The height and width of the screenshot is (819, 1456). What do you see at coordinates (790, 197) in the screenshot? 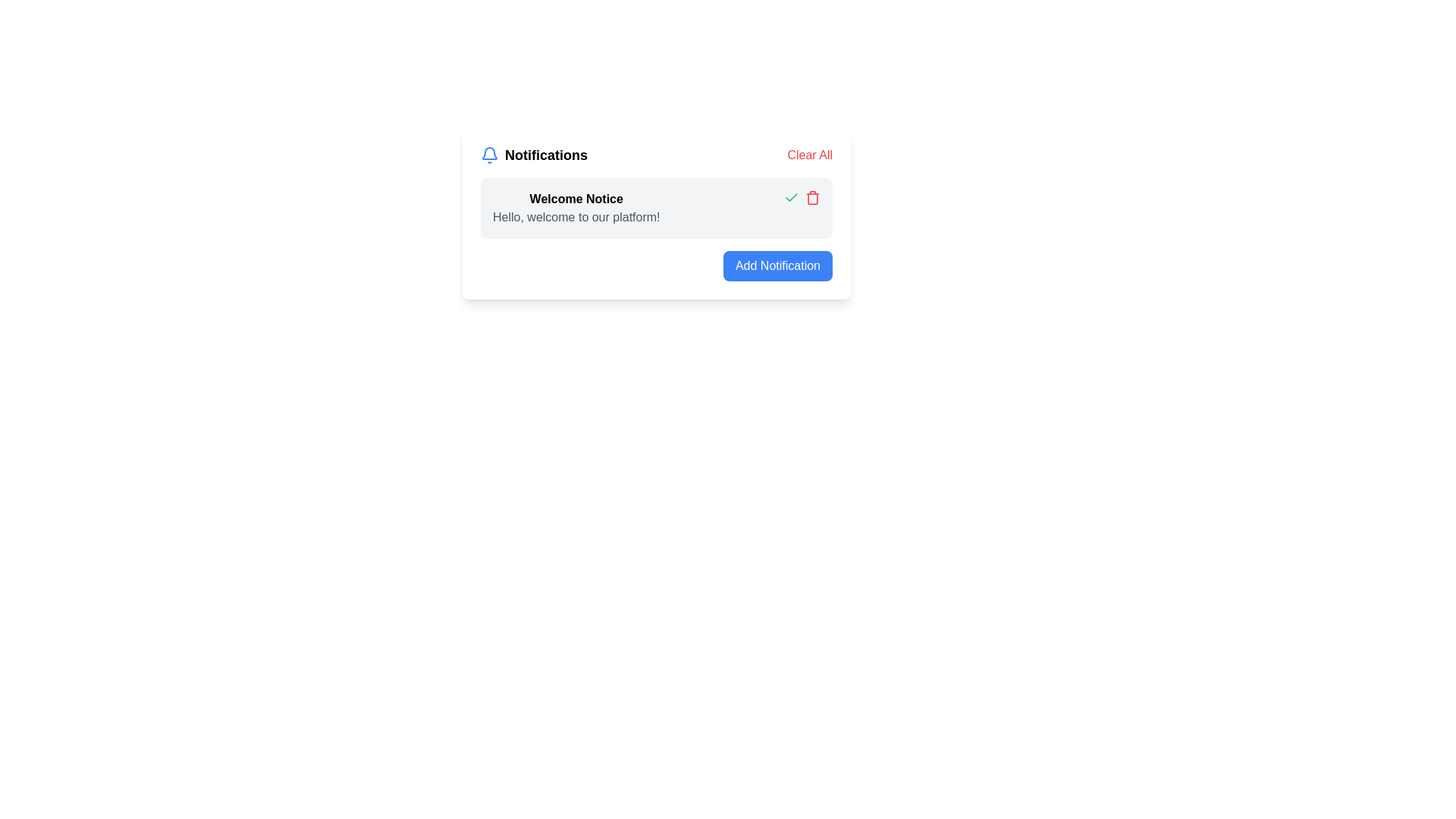
I see `the green checkmark icon (SVG) located to the right of the 'Welcome Notice' notification text` at bounding box center [790, 197].